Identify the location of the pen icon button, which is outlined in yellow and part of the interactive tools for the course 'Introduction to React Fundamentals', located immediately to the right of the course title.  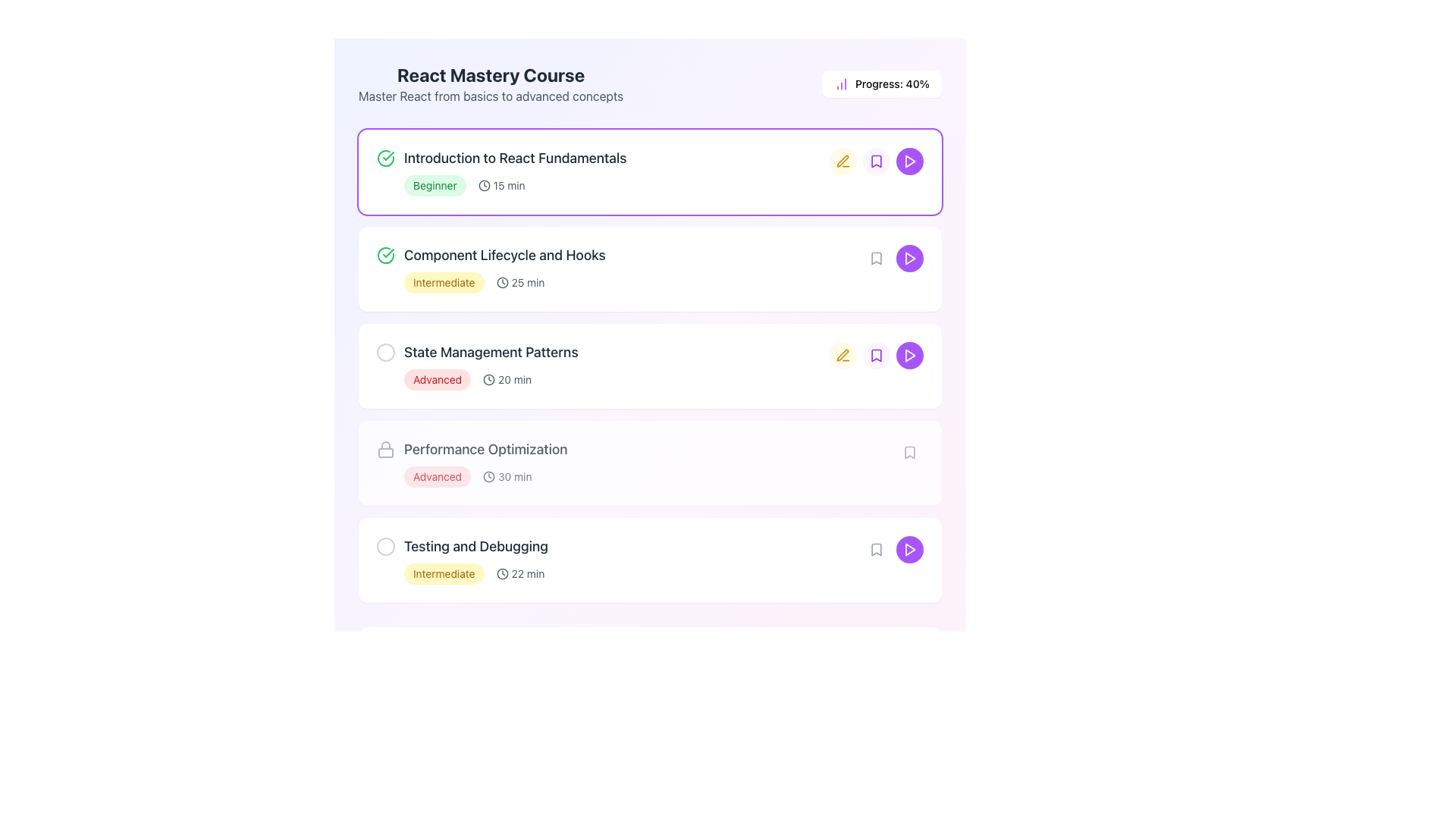
(843, 356).